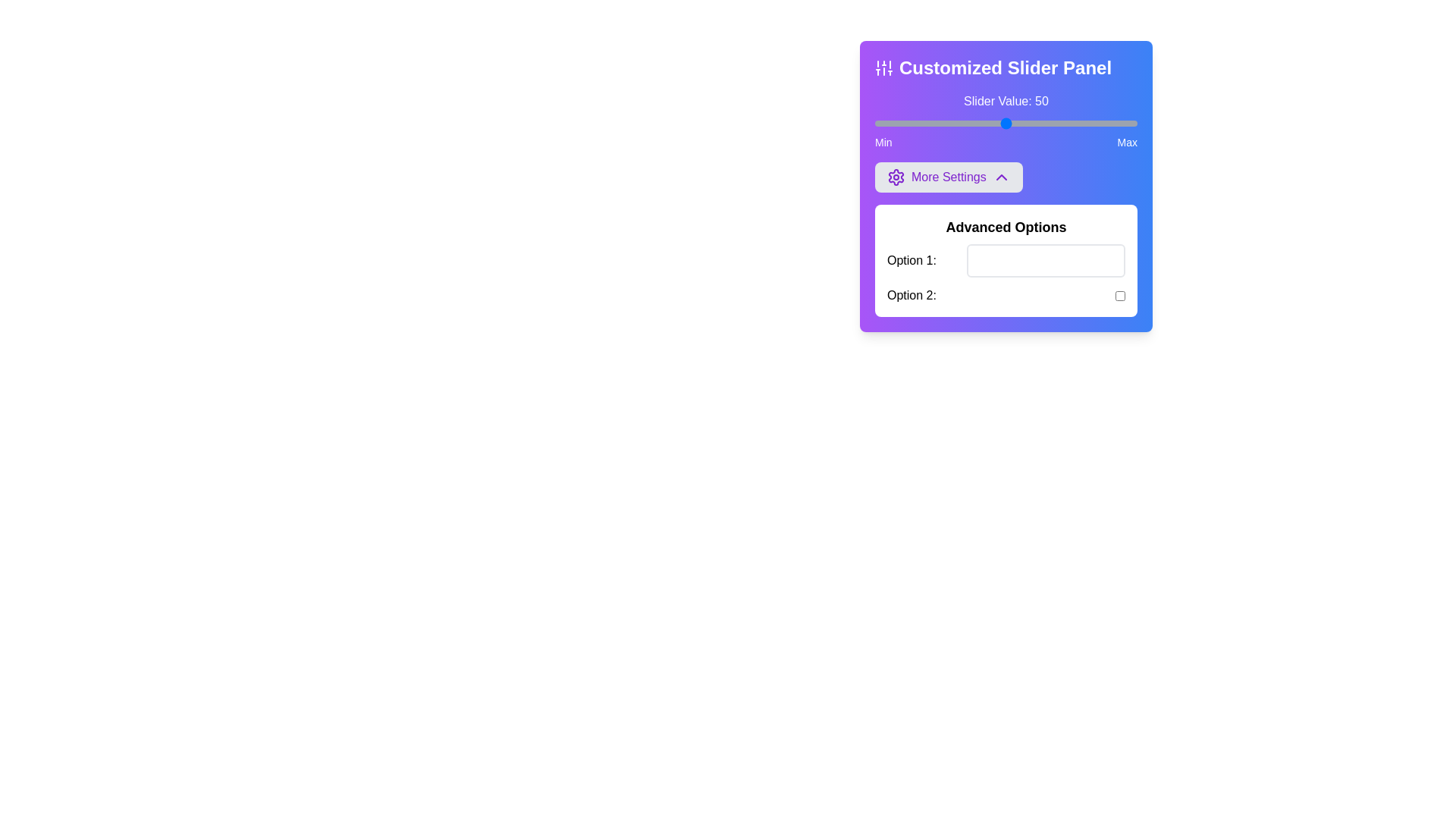  Describe the element at coordinates (1006, 295) in the screenshot. I see `the checkbox for 'Option 2' in the 'Advanced Options' section to check or uncheck it` at that location.